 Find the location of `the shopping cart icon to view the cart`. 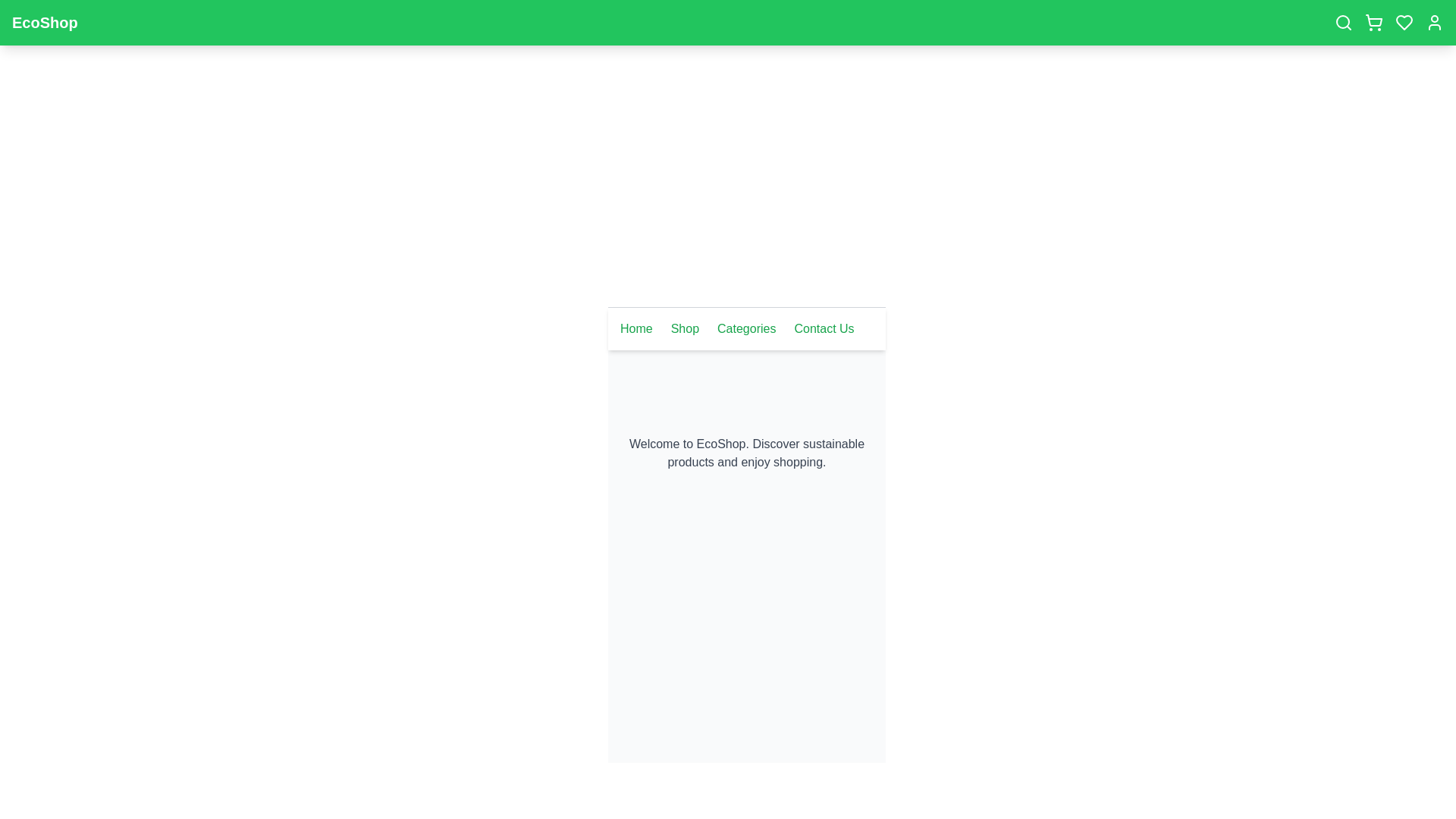

the shopping cart icon to view the cart is located at coordinates (1373, 23).